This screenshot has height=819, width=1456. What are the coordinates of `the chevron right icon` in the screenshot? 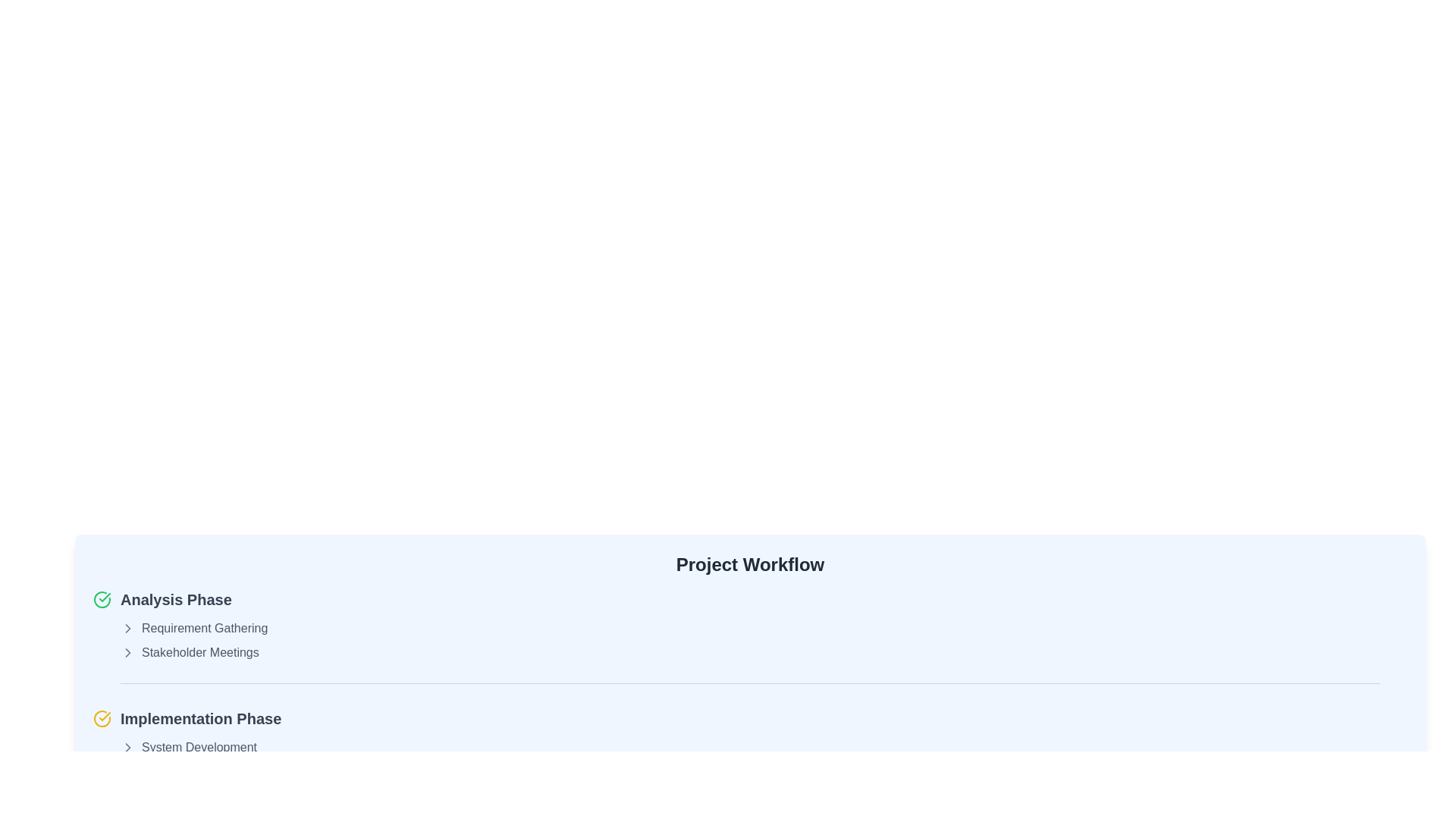 It's located at (127, 651).